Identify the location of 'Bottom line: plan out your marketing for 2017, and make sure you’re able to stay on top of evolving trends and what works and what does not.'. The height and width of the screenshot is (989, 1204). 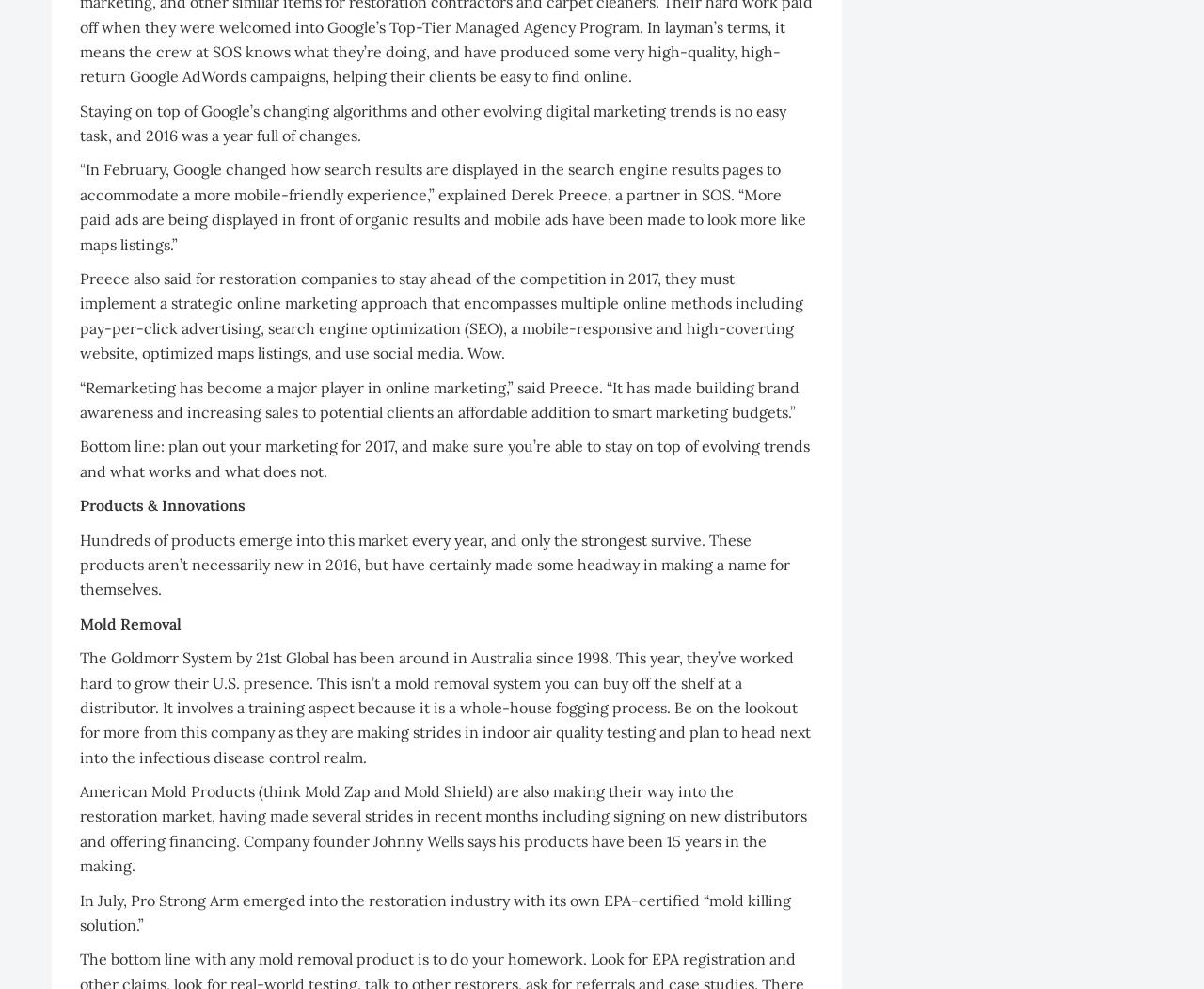
(443, 458).